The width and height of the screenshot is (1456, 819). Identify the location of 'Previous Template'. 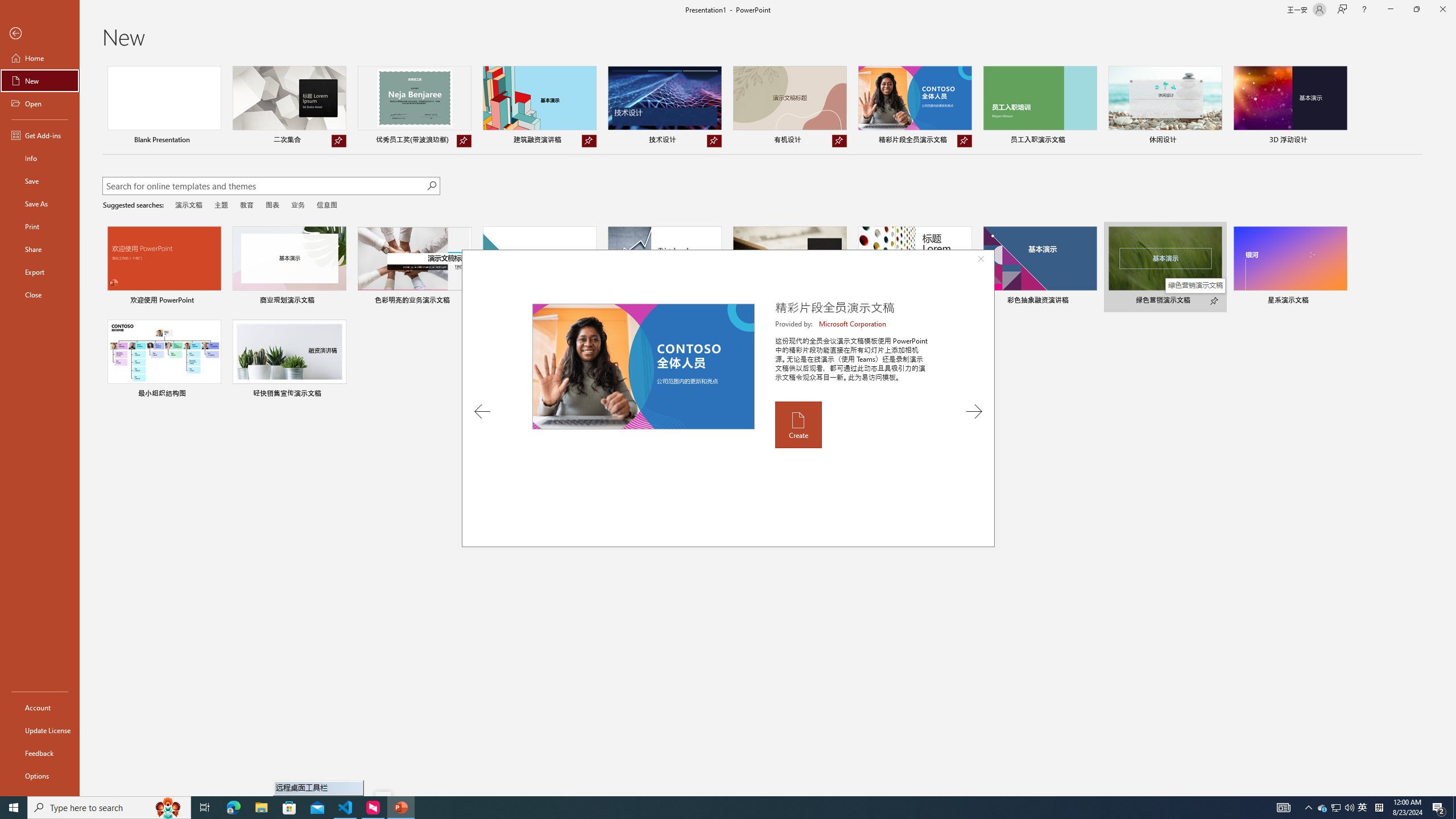
(482, 411).